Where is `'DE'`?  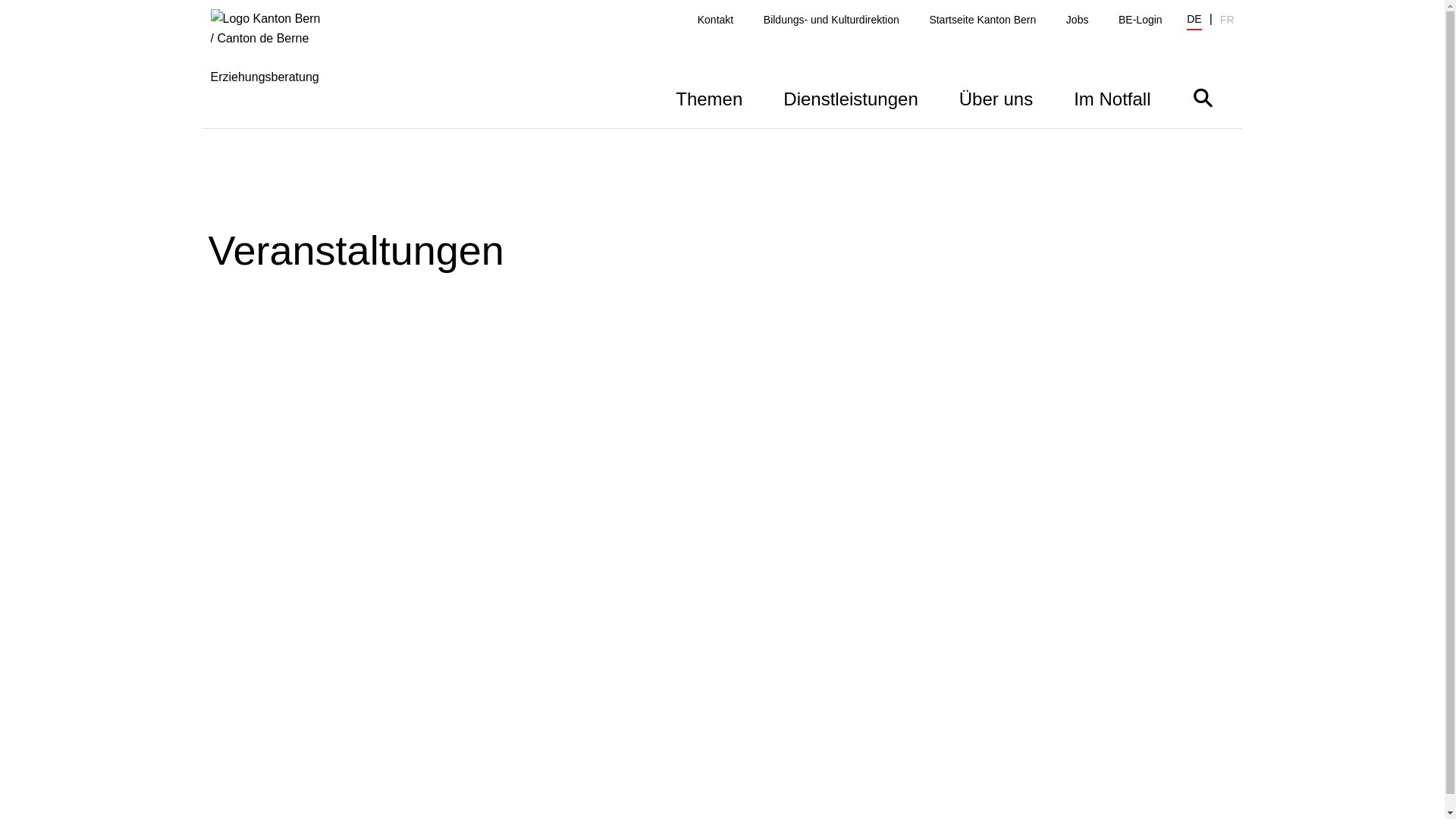
'DE' is located at coordinates (1193, 20).